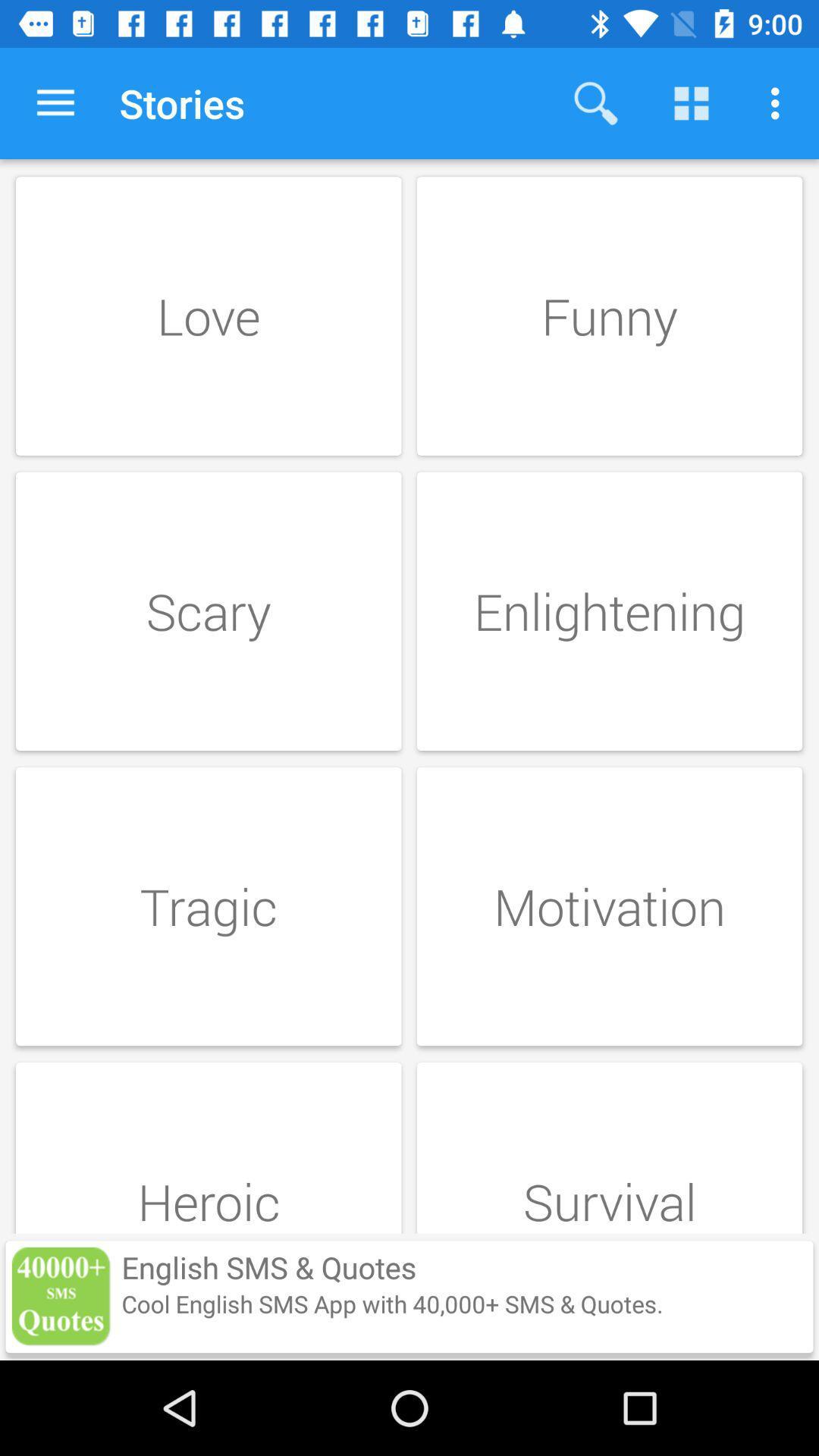 This screenshot has width=819, height=1456. Describe the element at coordinates (595, 102) in the screenshot. I see `the item above funny` at that location.